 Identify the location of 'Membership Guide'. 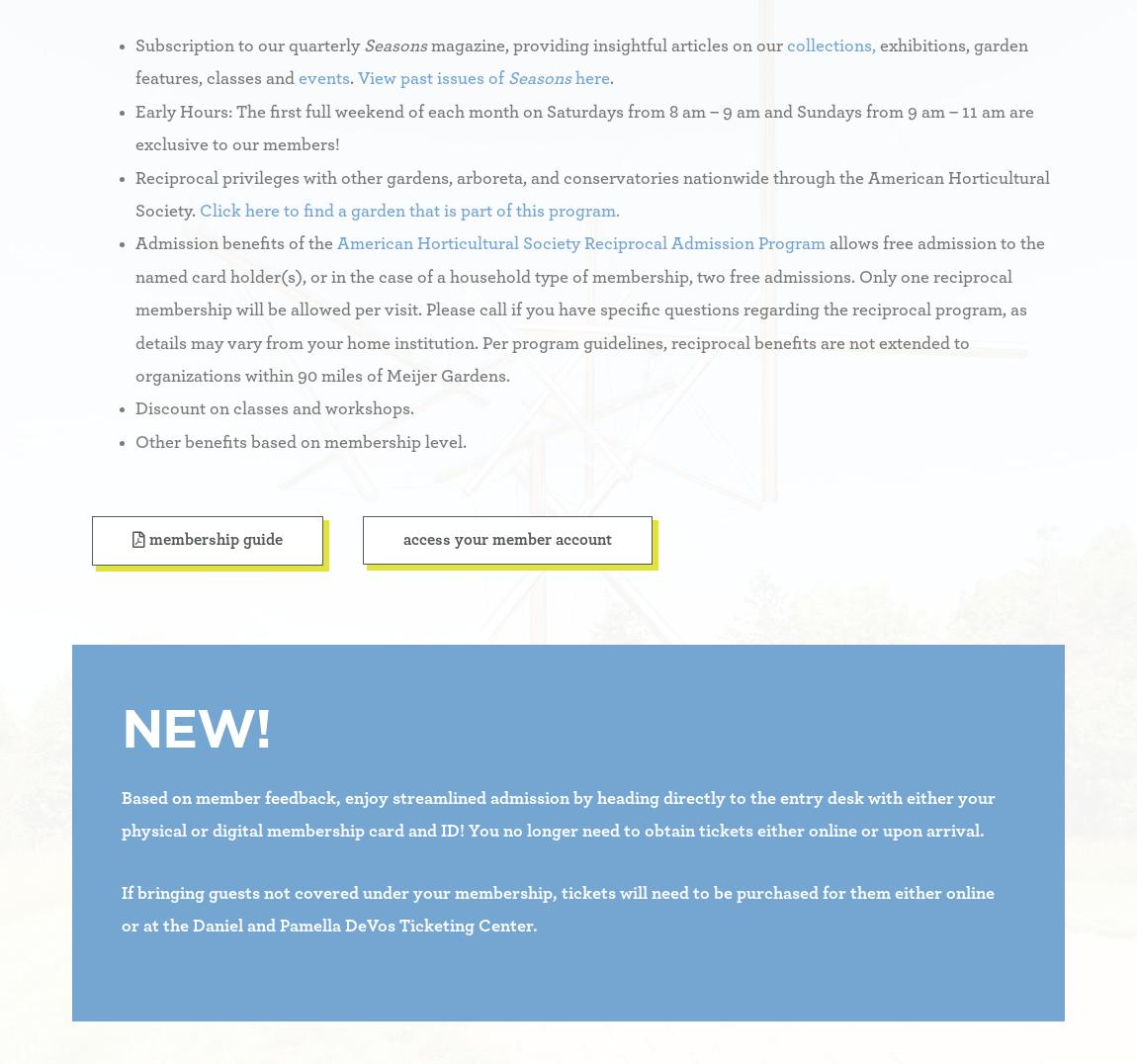
(215, 538).